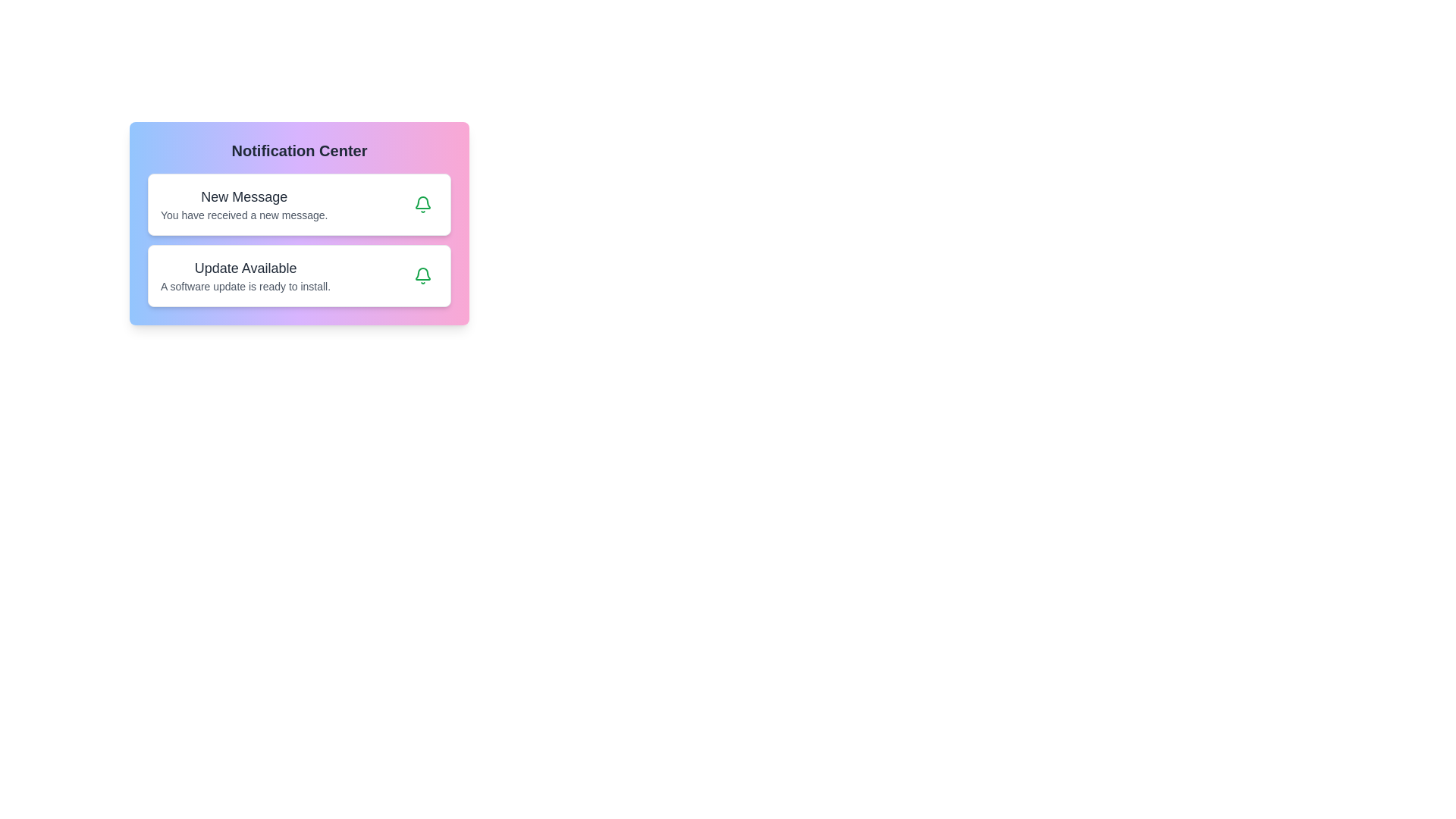  What do you see at coordinates (422, 275) in the screenshot?
I see `the interactive button for accessing or managing notifications related to the 'Update Available' message` at bounding box center [422, 275].